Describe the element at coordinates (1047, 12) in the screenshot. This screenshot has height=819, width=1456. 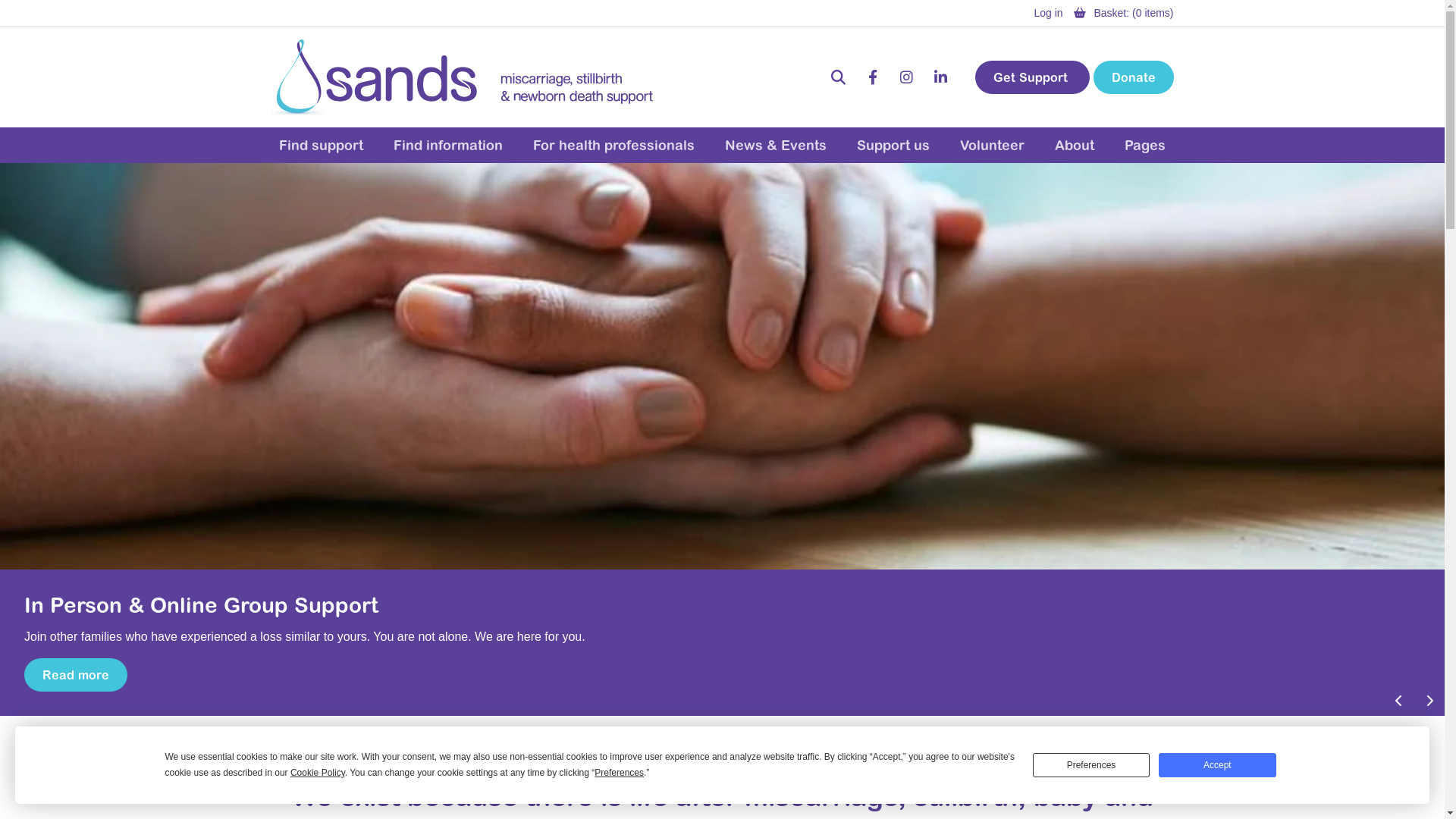
I see `'Log in'` at that location.